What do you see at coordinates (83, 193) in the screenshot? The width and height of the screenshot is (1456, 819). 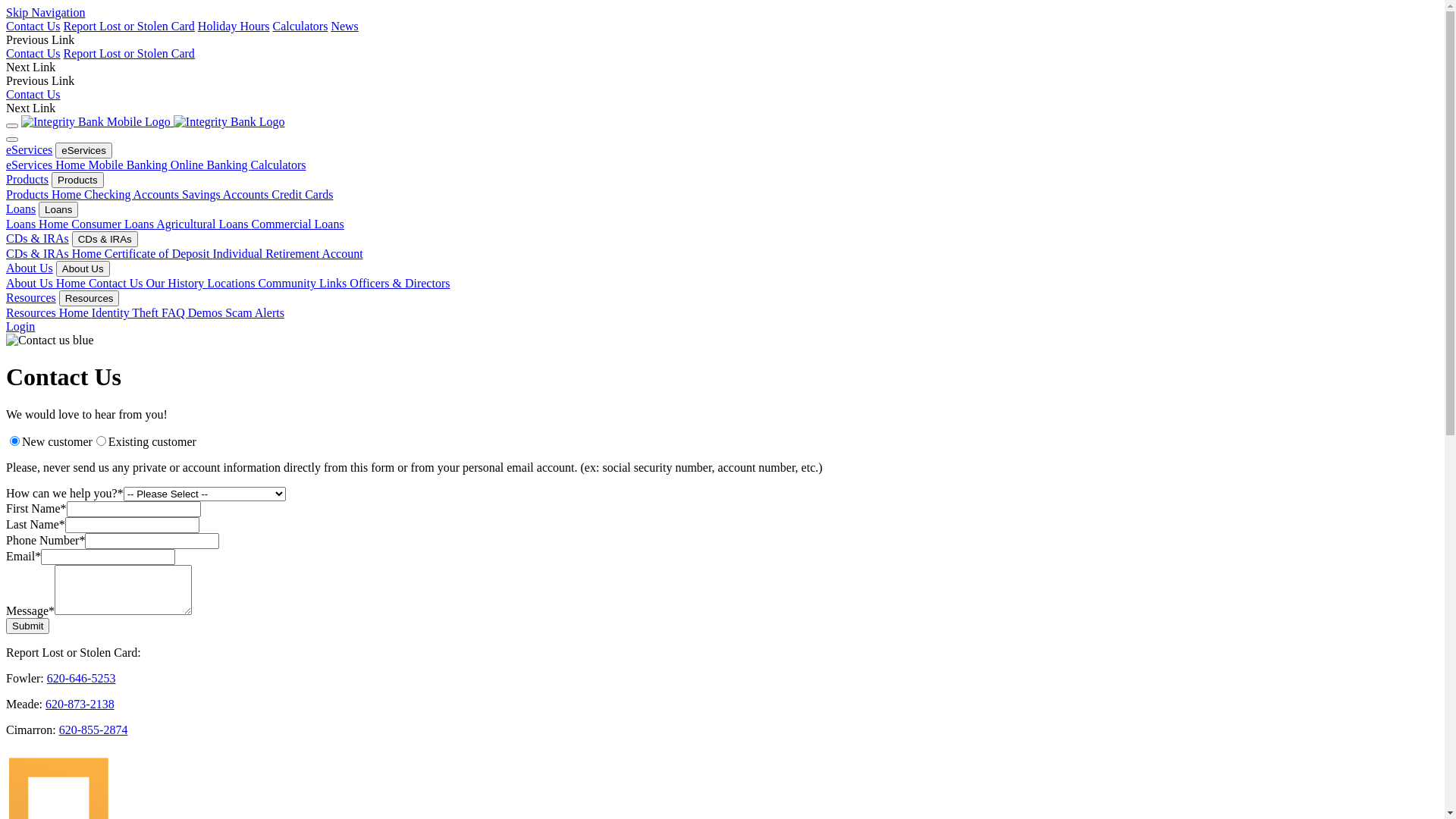 I see `'Checking Accounts'` at bounding box center [83, 193].